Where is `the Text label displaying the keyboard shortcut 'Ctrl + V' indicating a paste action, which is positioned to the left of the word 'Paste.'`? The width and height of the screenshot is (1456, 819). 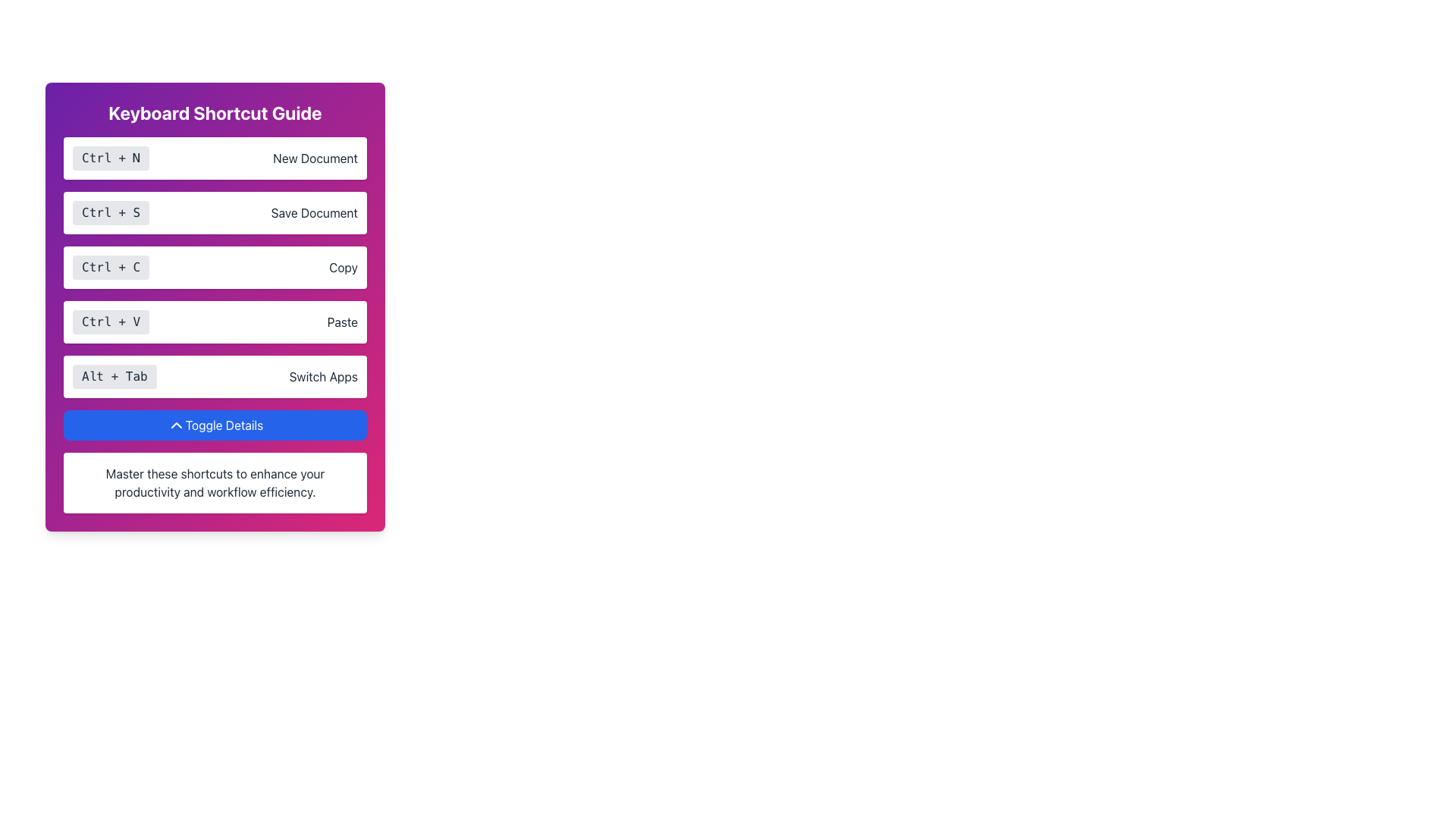 the Text label displaying the keyboard shortcut 'Ctrl + V' indicating a paste action, which is positioned to the left of the word 'Paste.' is located at coordinates (110, 321).